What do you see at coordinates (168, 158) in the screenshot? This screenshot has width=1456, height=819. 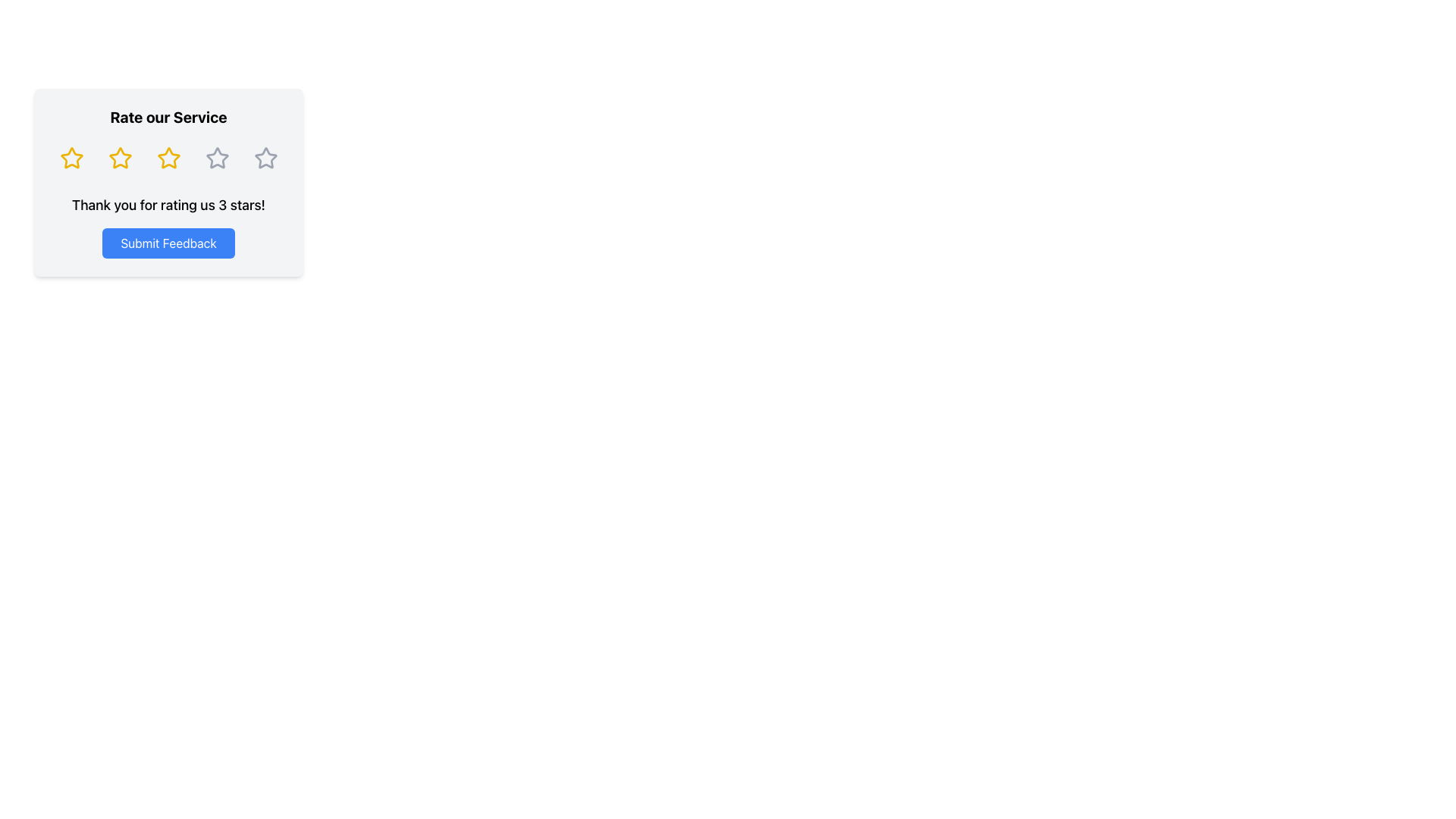 I see `the third star icon in the rating system to rate our service` at bounding box center [168, 158].